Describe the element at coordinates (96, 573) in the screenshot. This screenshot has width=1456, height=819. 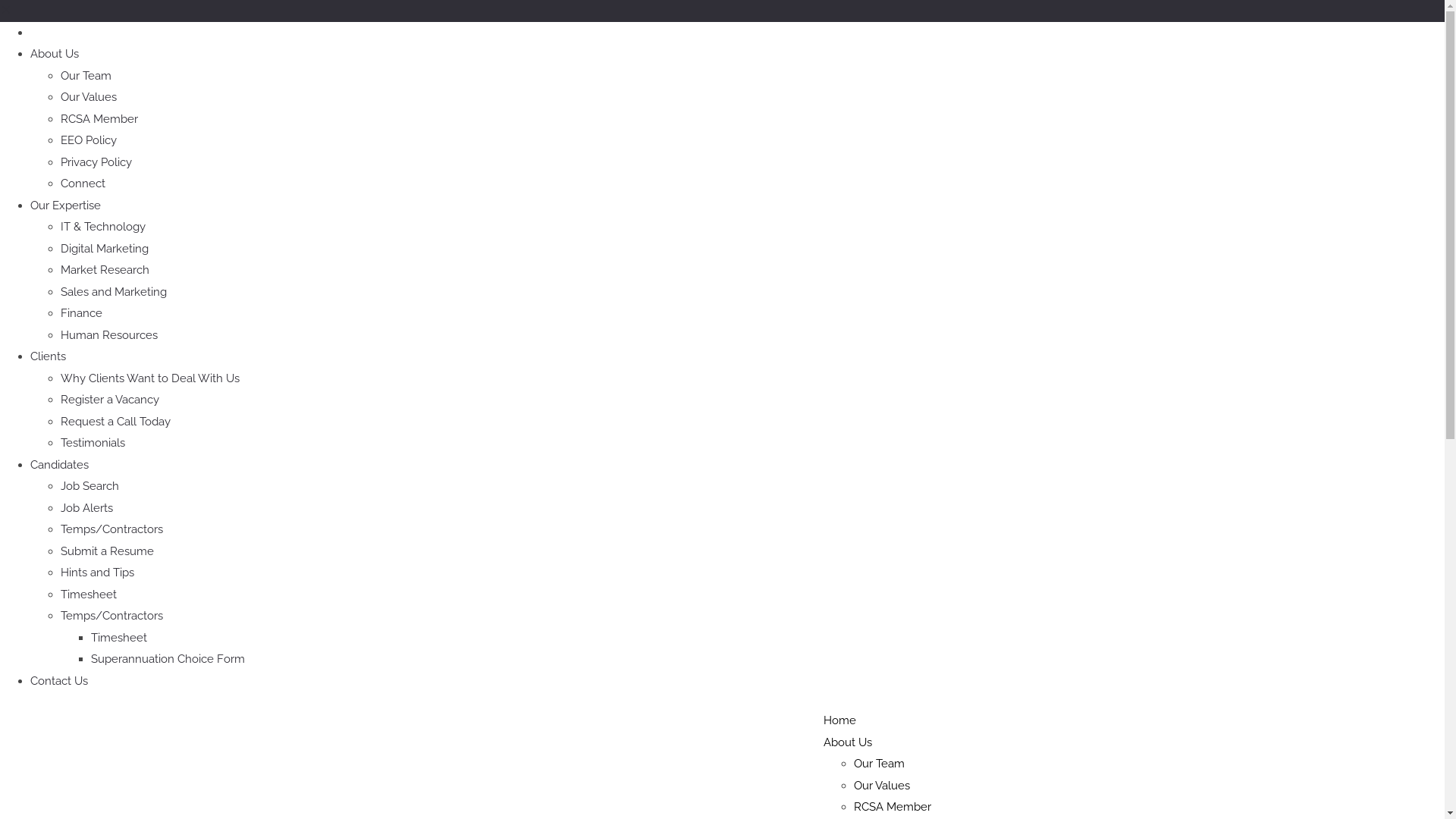
I see `'Hints and Tips'` at that location.